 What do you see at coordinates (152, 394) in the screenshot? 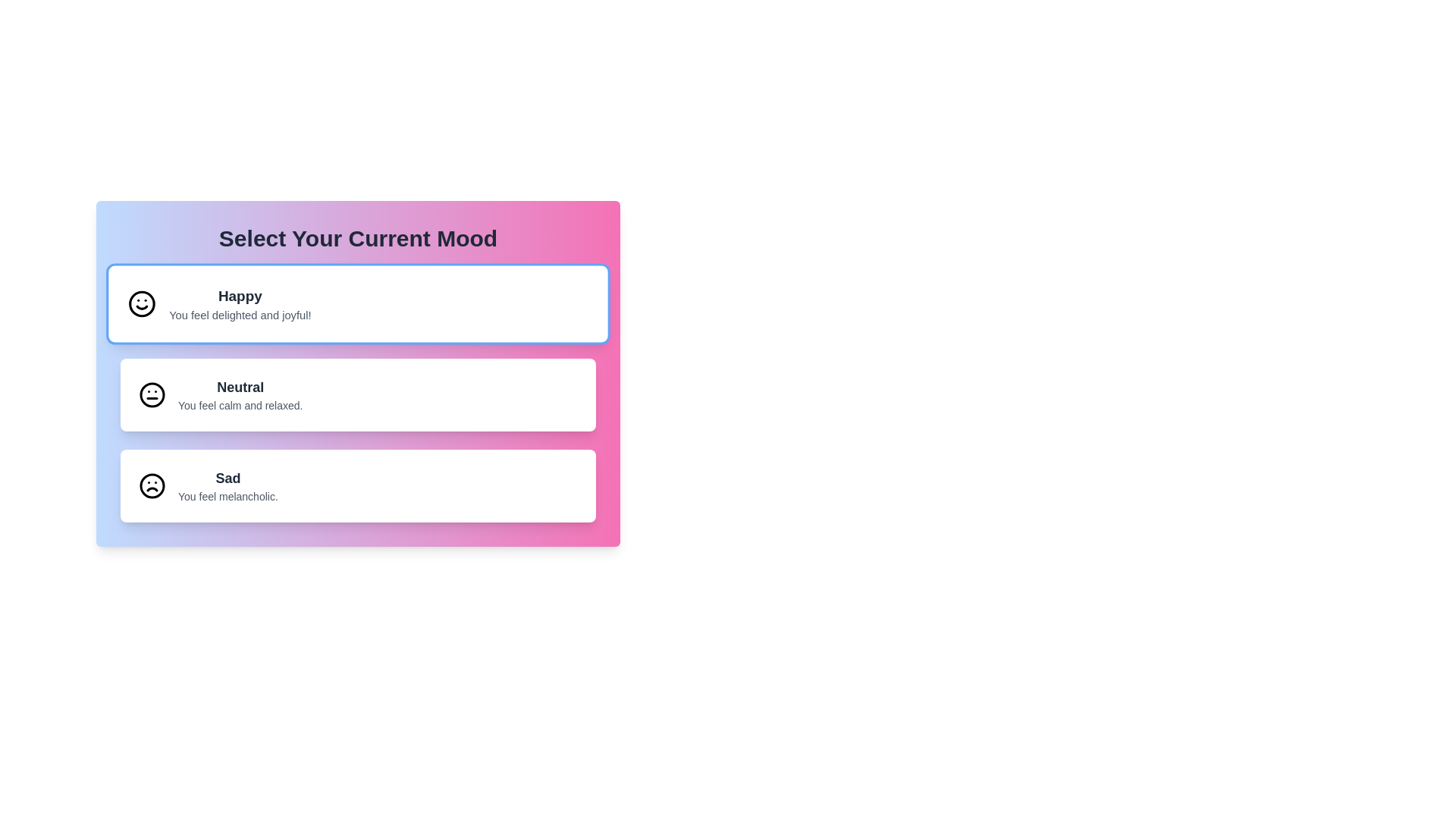
I see `the circular neutral face icon located next to the text 'Neutral' in the second row of options` at bounding box center [152, 394].